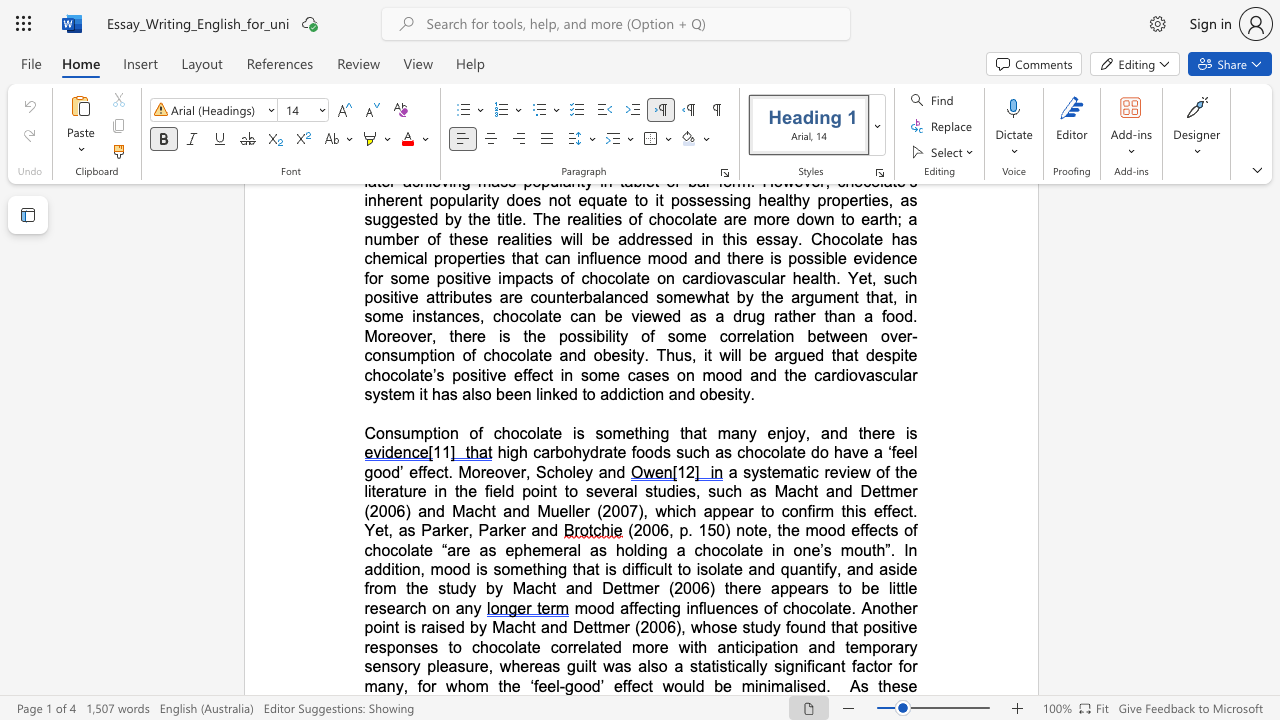 Image resolution: width=1280 pixels, height=720 pixels. I want to click on the subset text "ould be m" within the text "guilt was also a statistically significant factor for many, for whom the ‘feel-good’ effect would be minimalised", so click(674, 685).